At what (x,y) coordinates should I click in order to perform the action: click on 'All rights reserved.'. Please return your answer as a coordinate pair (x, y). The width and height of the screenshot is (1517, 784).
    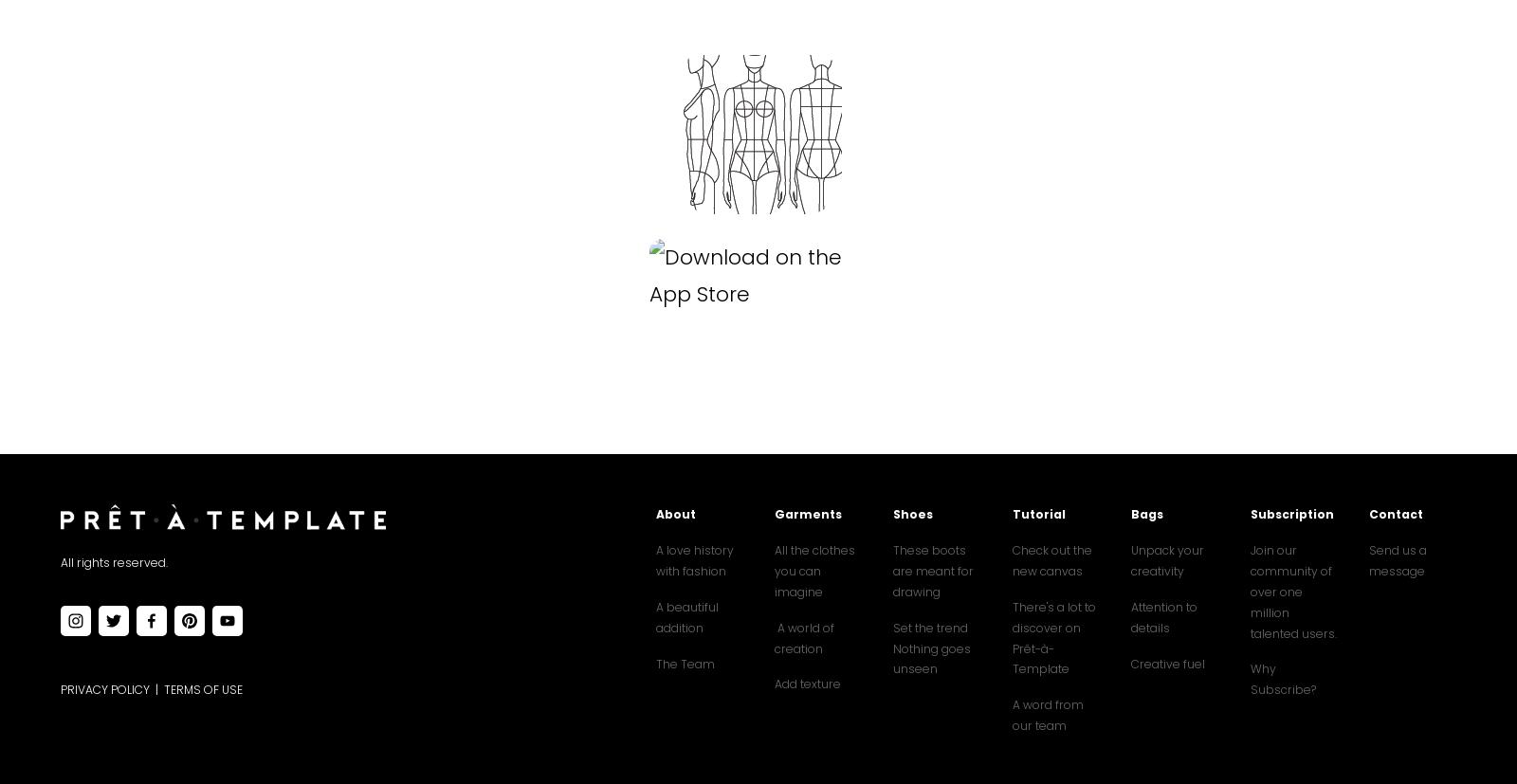
    Looking at the image, I should click on (113, 561).